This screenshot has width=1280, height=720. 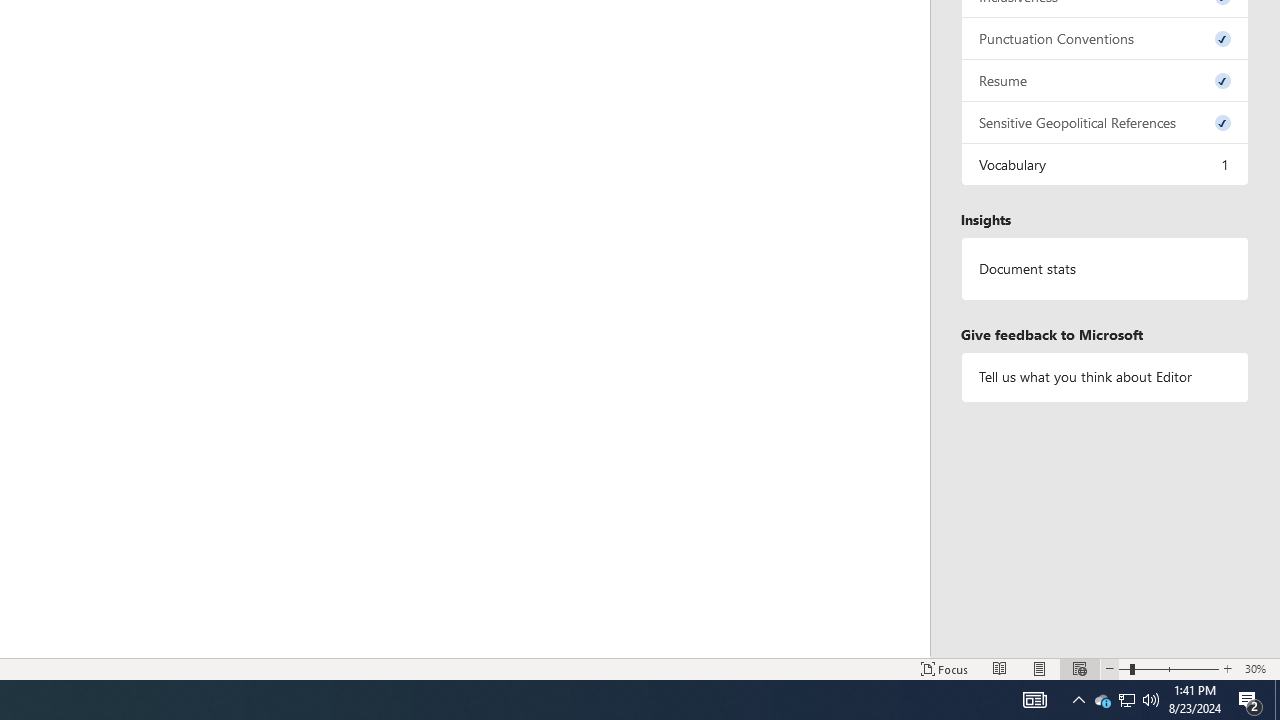 What do you see at coordinates (1168, 669) in the screenshot?
I see `'Zoom'` at bounding box center [1168, 669].